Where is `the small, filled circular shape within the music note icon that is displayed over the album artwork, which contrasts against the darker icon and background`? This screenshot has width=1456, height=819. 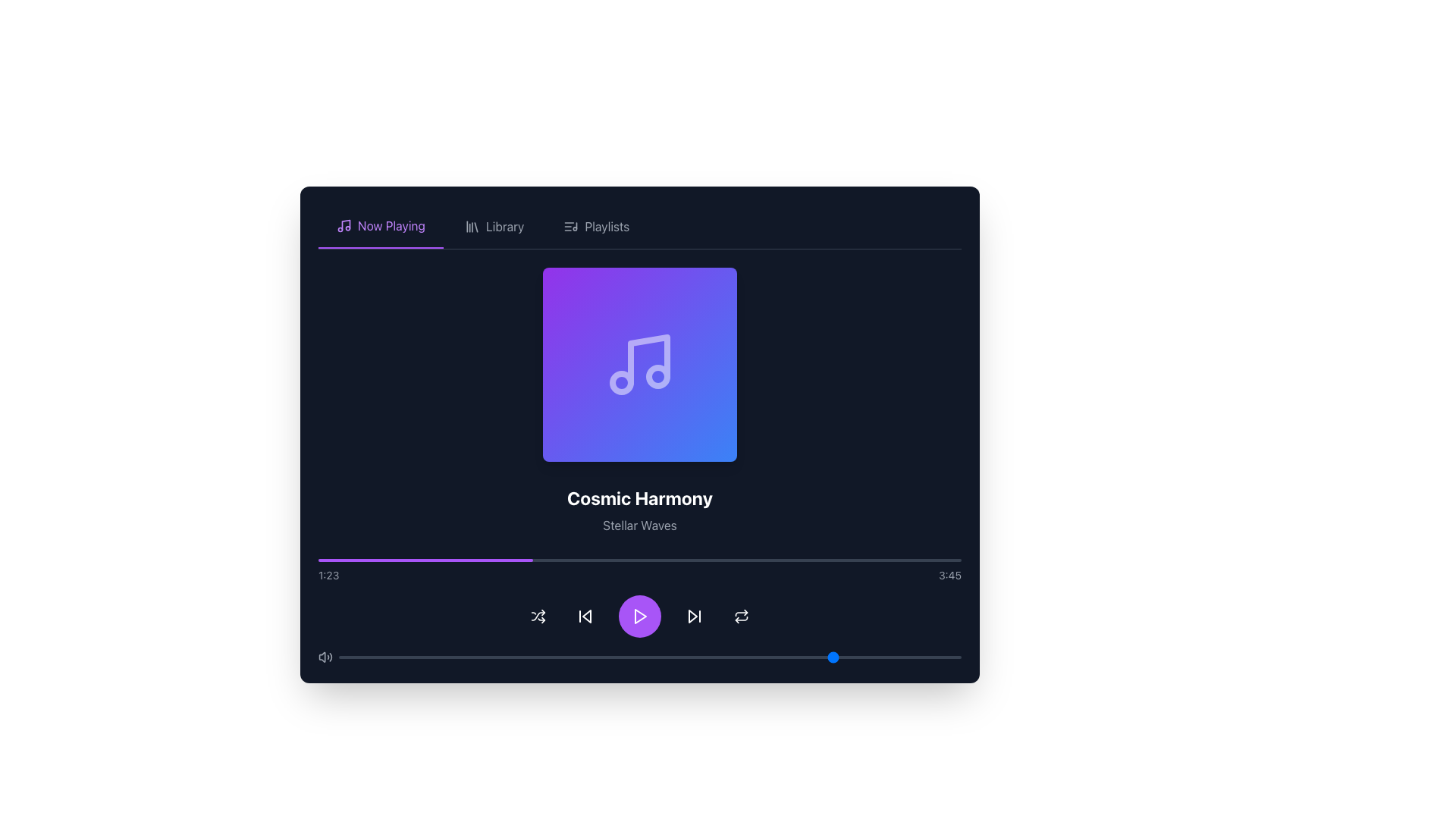 the small, filled circular shape within the music note icon that is displayed over the album artwork, which contrasts against the darker icon and background is located at coordinates (622, 382).